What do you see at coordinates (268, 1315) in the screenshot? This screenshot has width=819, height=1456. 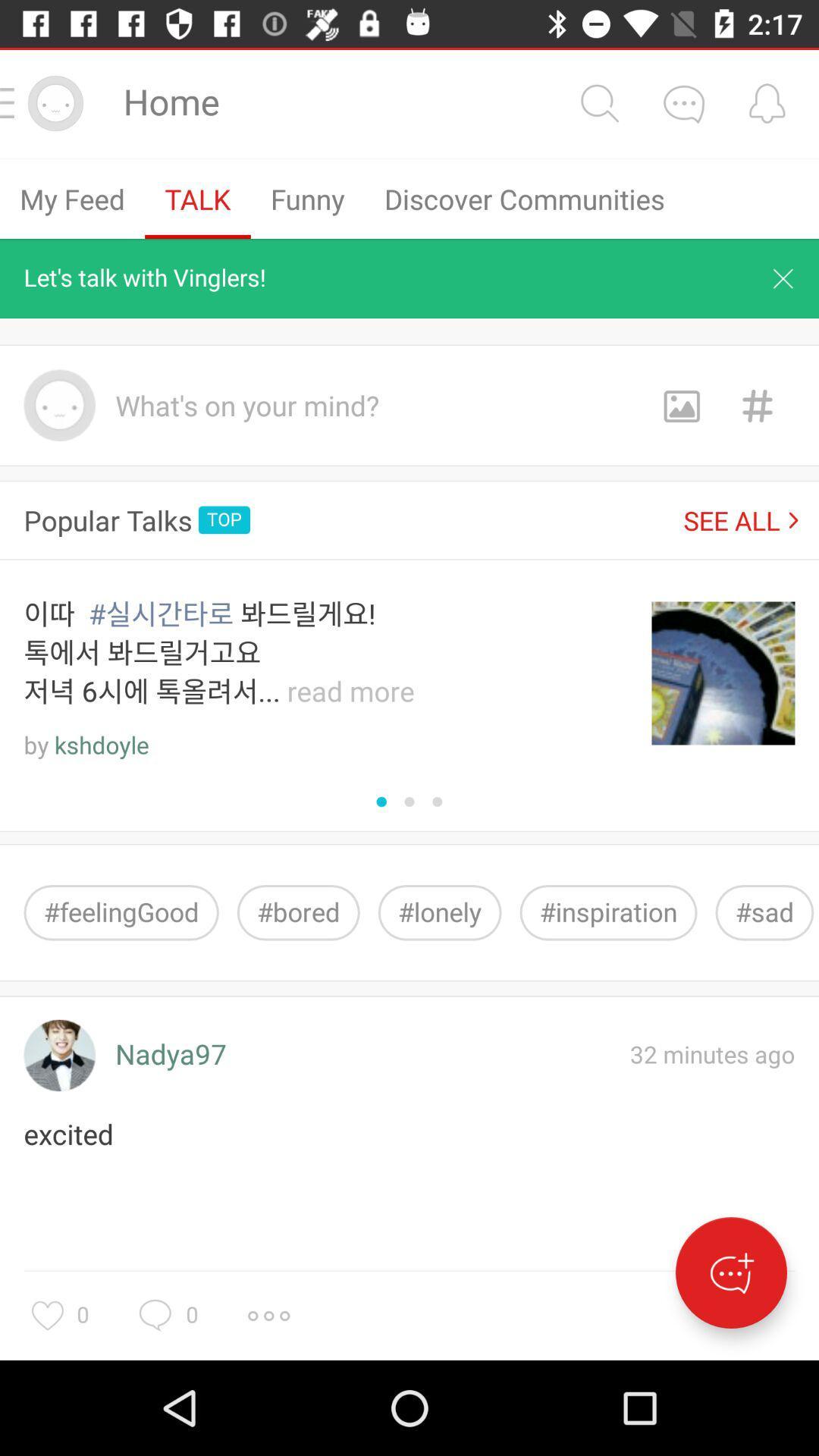 I see `more options` at bounding box center [268, 1315].